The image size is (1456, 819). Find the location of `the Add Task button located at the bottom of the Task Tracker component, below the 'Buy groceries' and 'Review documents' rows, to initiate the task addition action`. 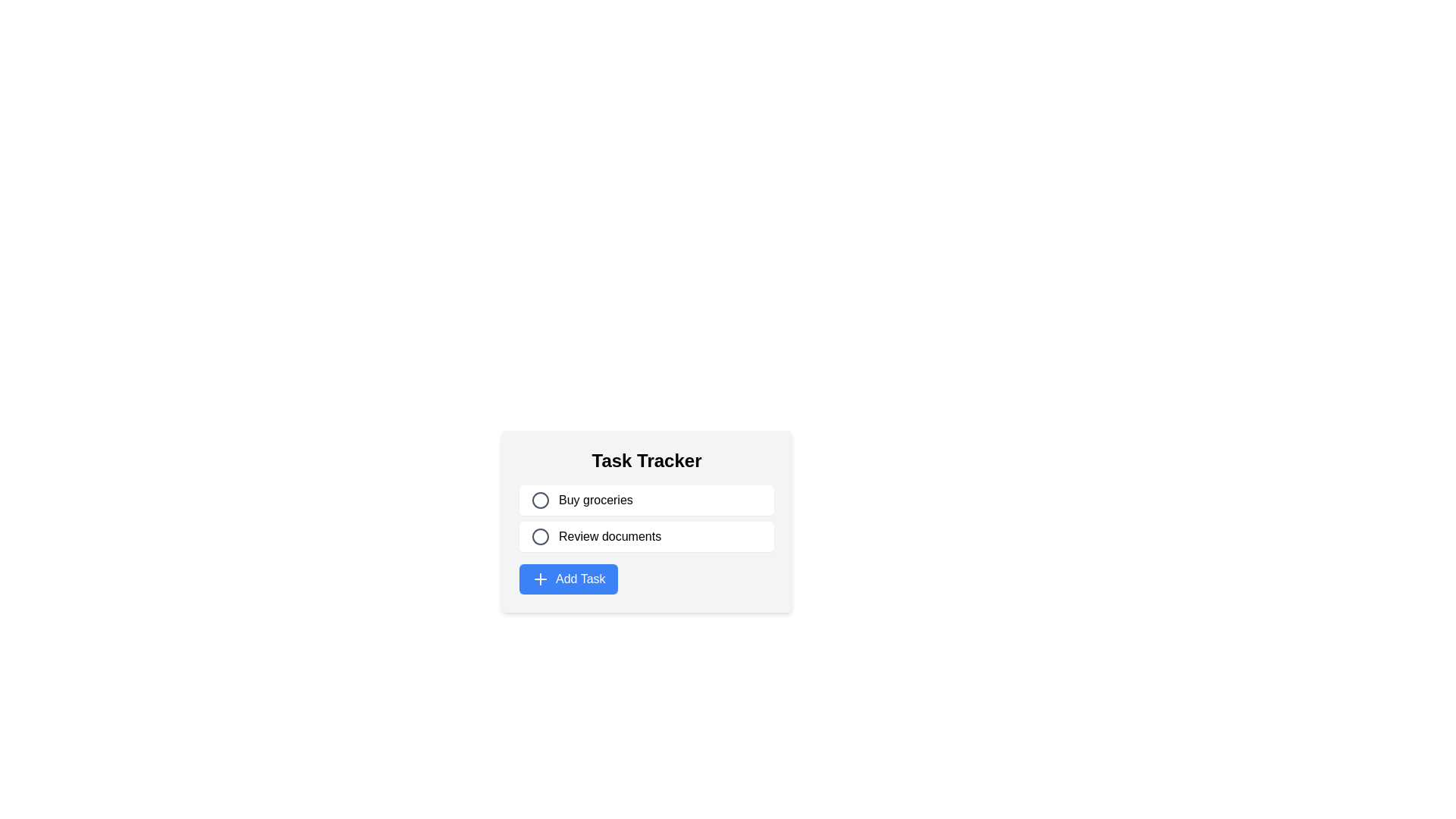

the Add Task button located at the bottom of the Task Tracker component, below the 'Buy groceries' and 'Review documents' rows, to initiate the task addition action is located at coordinates (567, 579).